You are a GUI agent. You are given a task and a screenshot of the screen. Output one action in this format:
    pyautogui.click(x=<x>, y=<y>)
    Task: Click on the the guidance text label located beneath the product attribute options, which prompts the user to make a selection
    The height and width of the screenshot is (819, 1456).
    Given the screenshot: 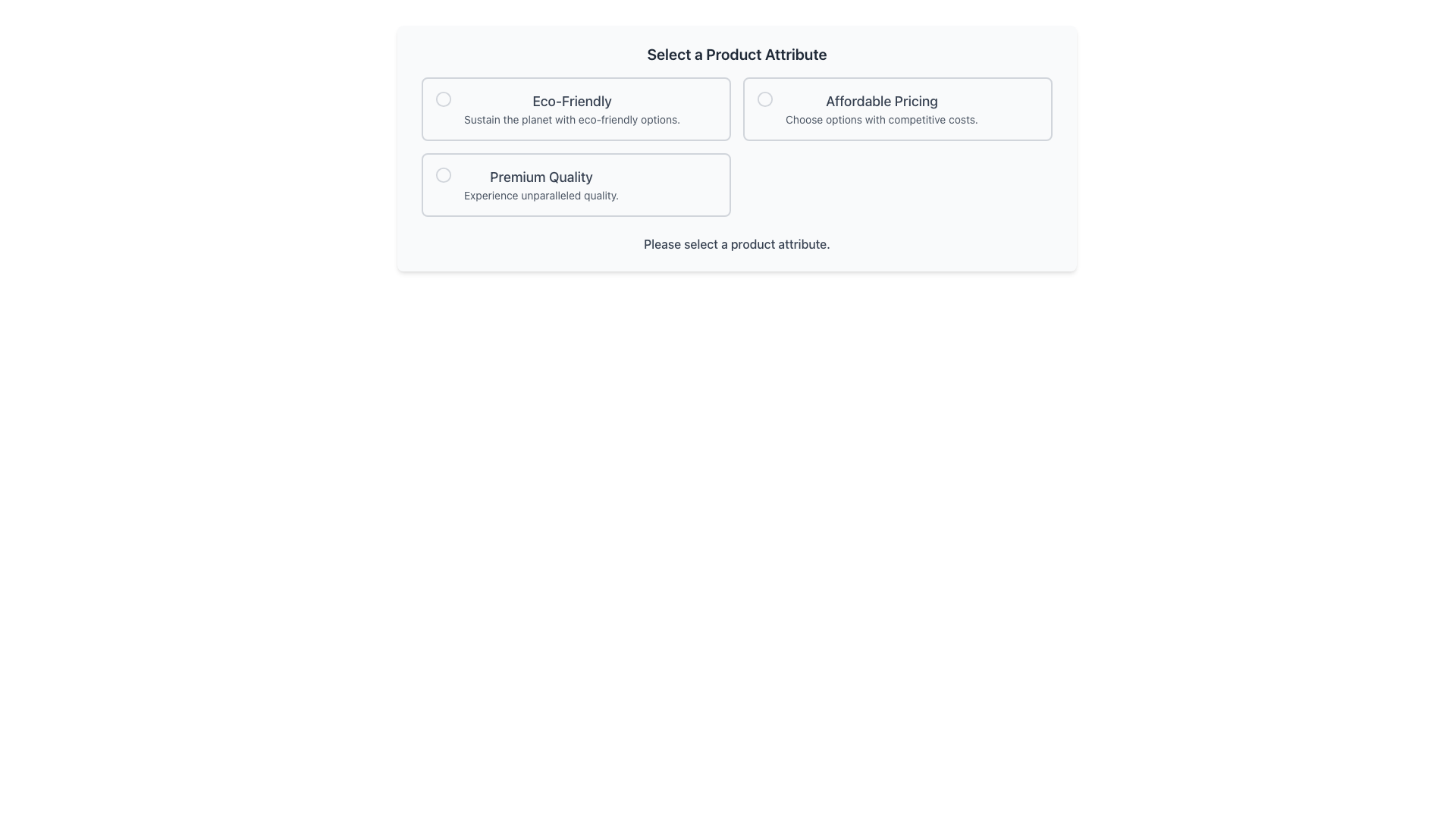 What is the action you would take?
    pyautogui.click(x=736, y=243)
    